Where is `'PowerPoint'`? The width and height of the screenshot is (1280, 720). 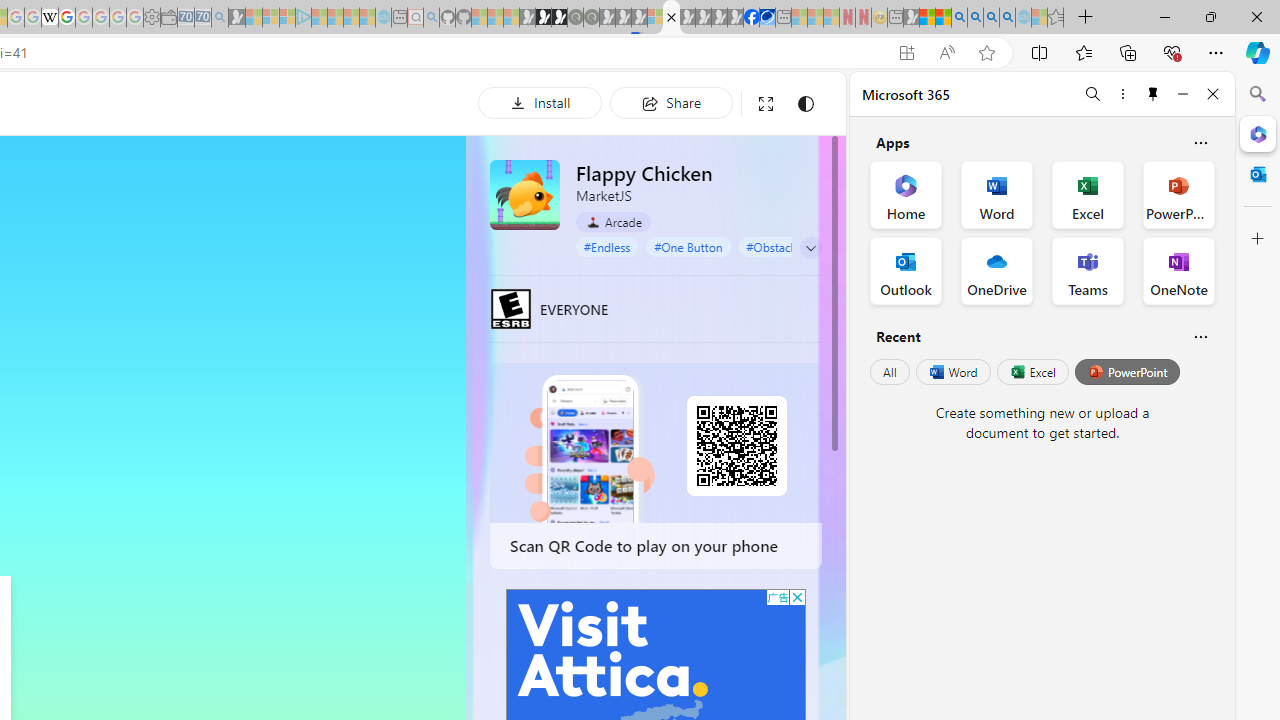 'PowerPoint' is located at coordinates (1127, 372).